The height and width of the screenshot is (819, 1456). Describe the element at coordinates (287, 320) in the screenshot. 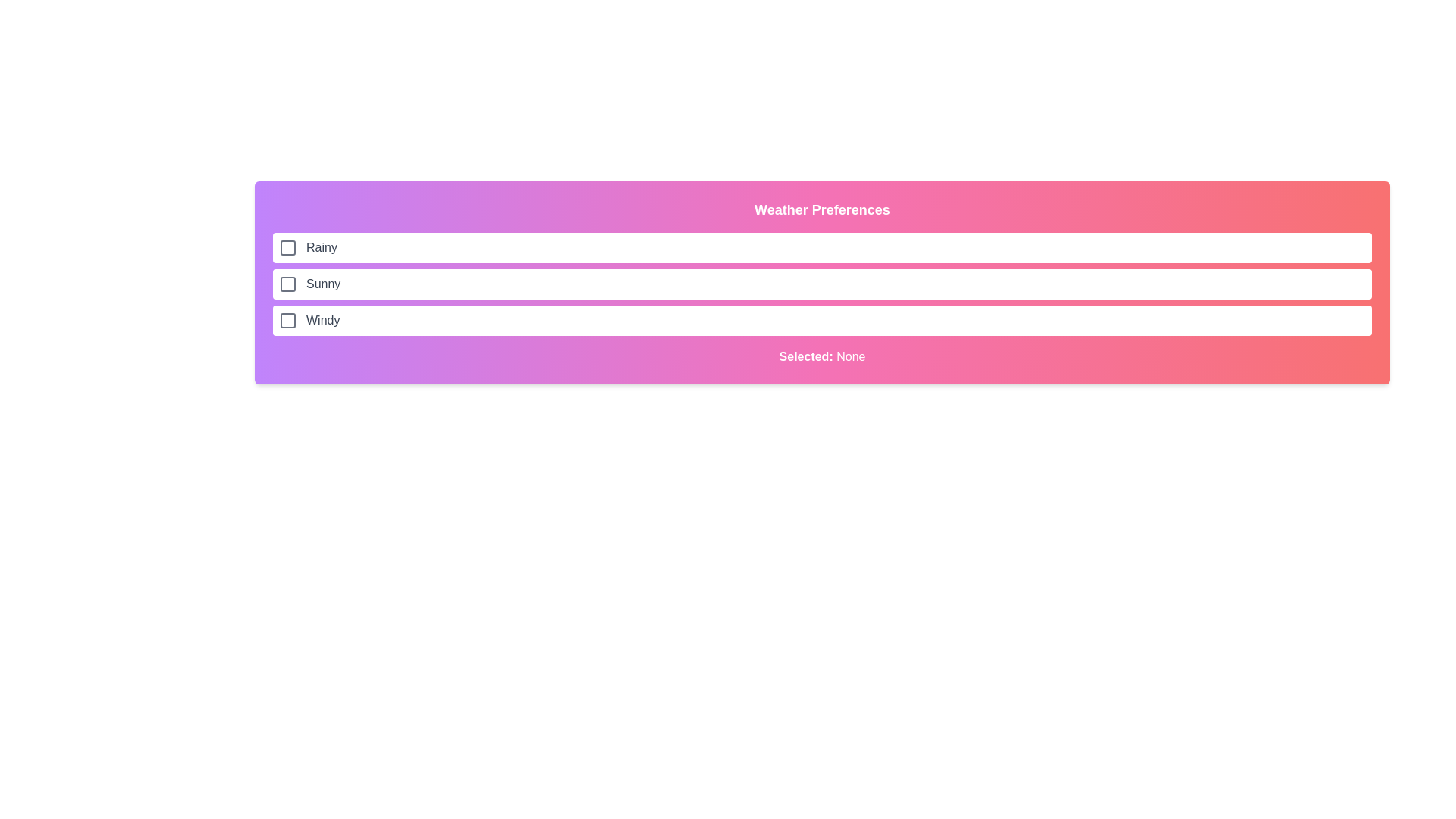

I see `the decorative shape within the checkbox for the 'Windy' option in the weather preferences list` at that location.